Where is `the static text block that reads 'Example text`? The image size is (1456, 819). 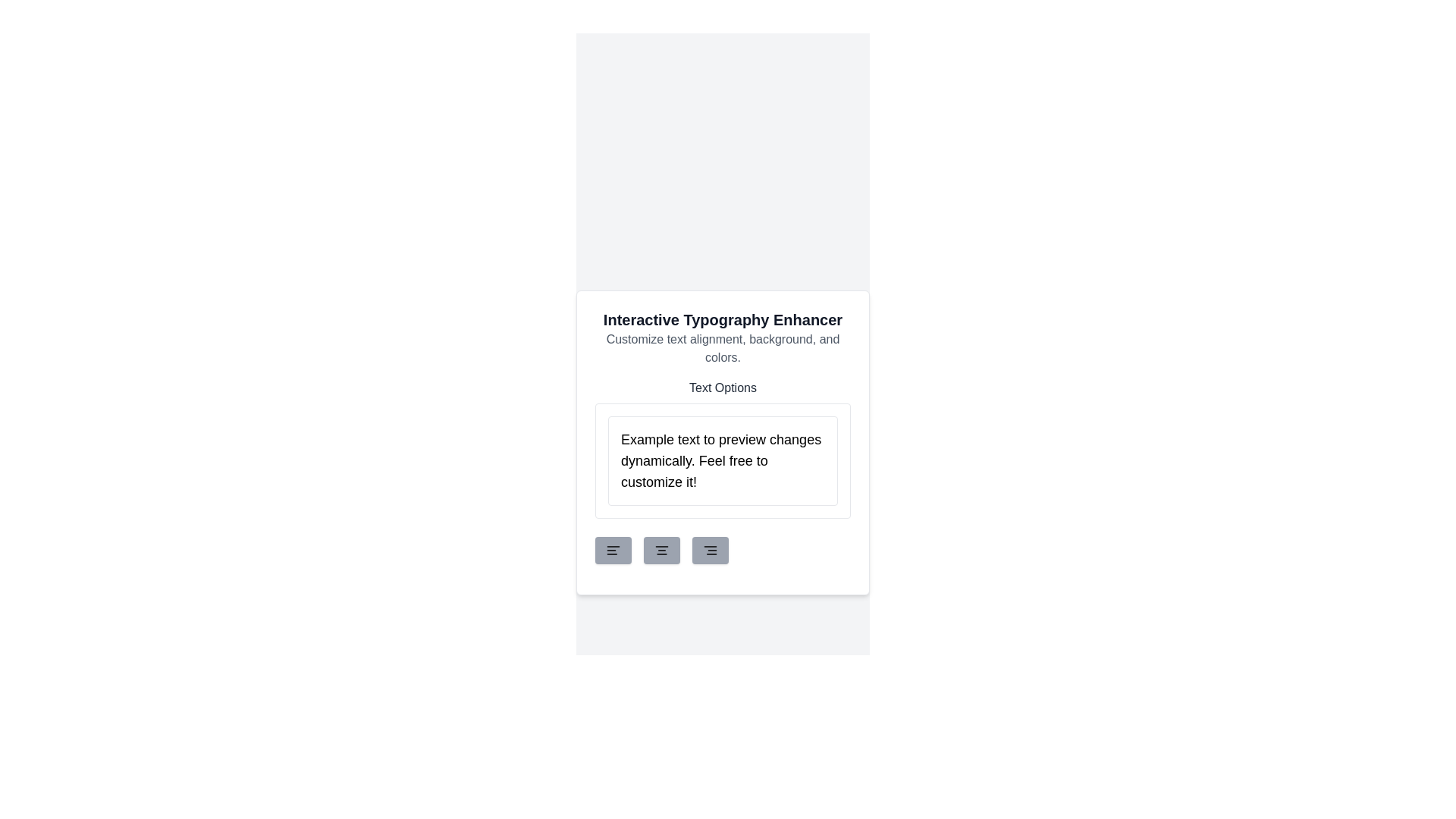
the static text block that reads 'Example text is located at coordinates (722, 460).